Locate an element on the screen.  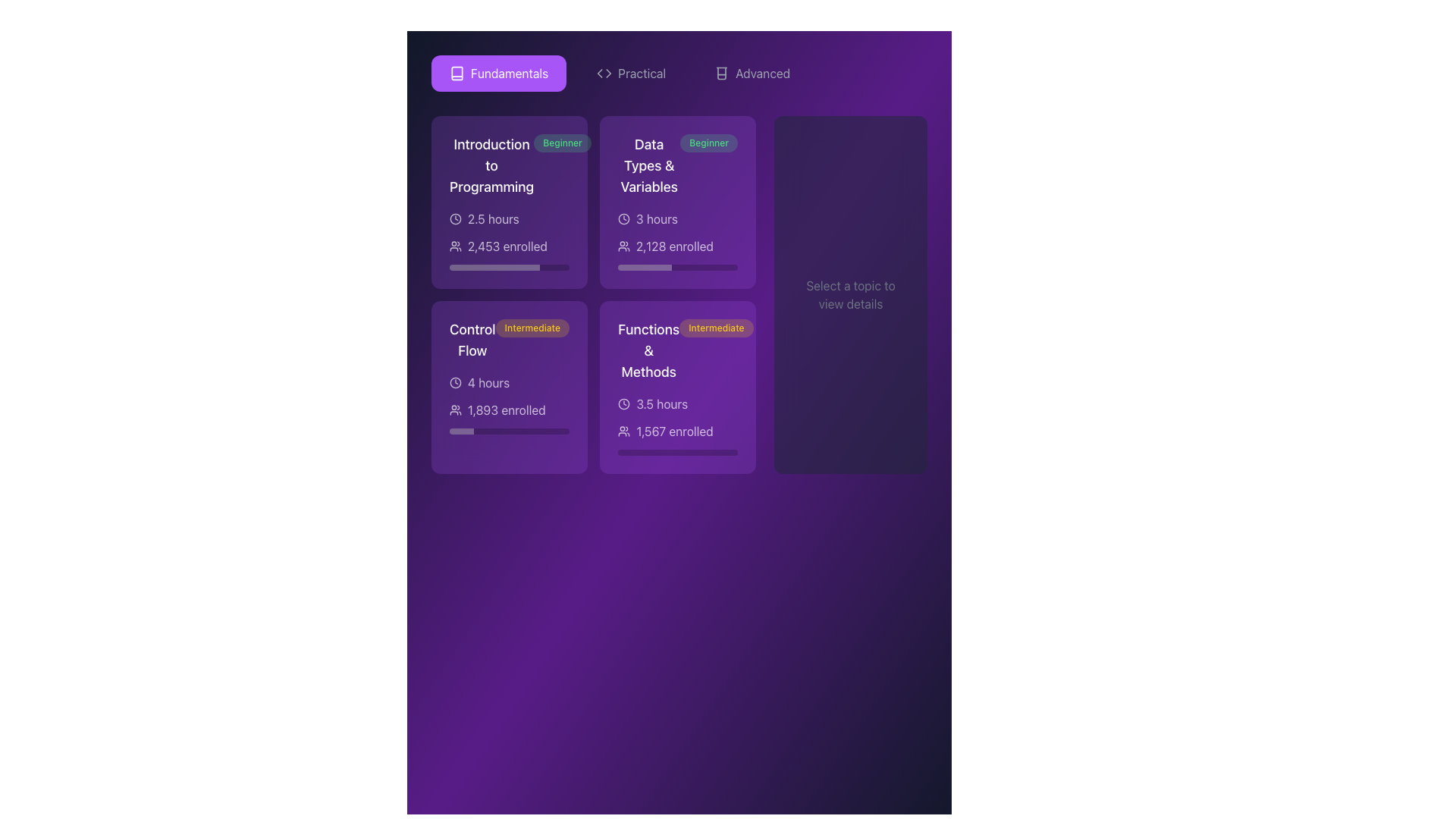
the Static Text Label displaying '1,567 enrolled', which is located in the lower right corner of the 'Functions & Methods' card is located at coordinates (673, 431).